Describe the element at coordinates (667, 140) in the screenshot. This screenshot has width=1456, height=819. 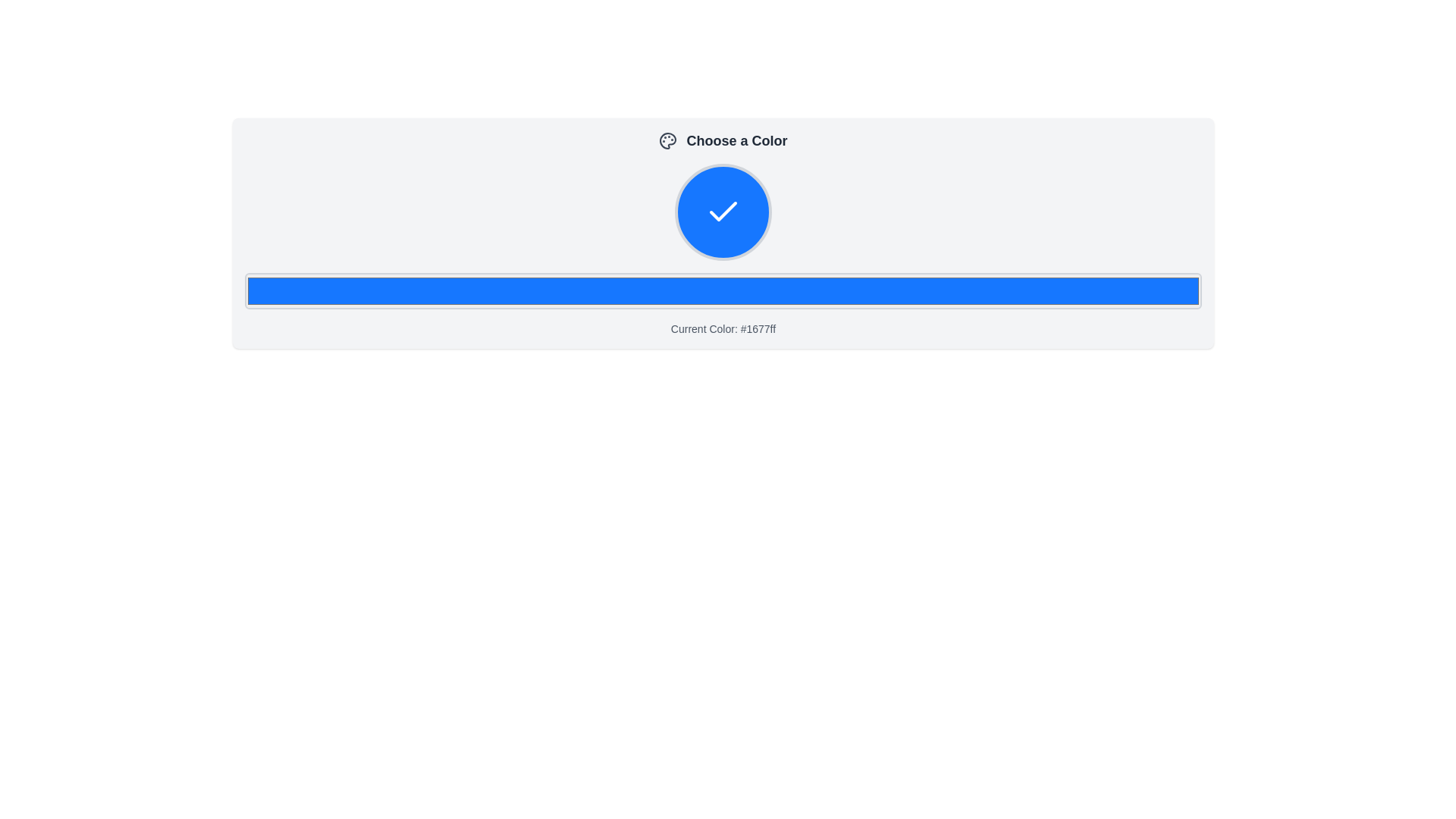
I see `the SVG icon representing an artistic palette located at the top center of the interface, above the larger circular blue button labeled with a checkmark` at that location.